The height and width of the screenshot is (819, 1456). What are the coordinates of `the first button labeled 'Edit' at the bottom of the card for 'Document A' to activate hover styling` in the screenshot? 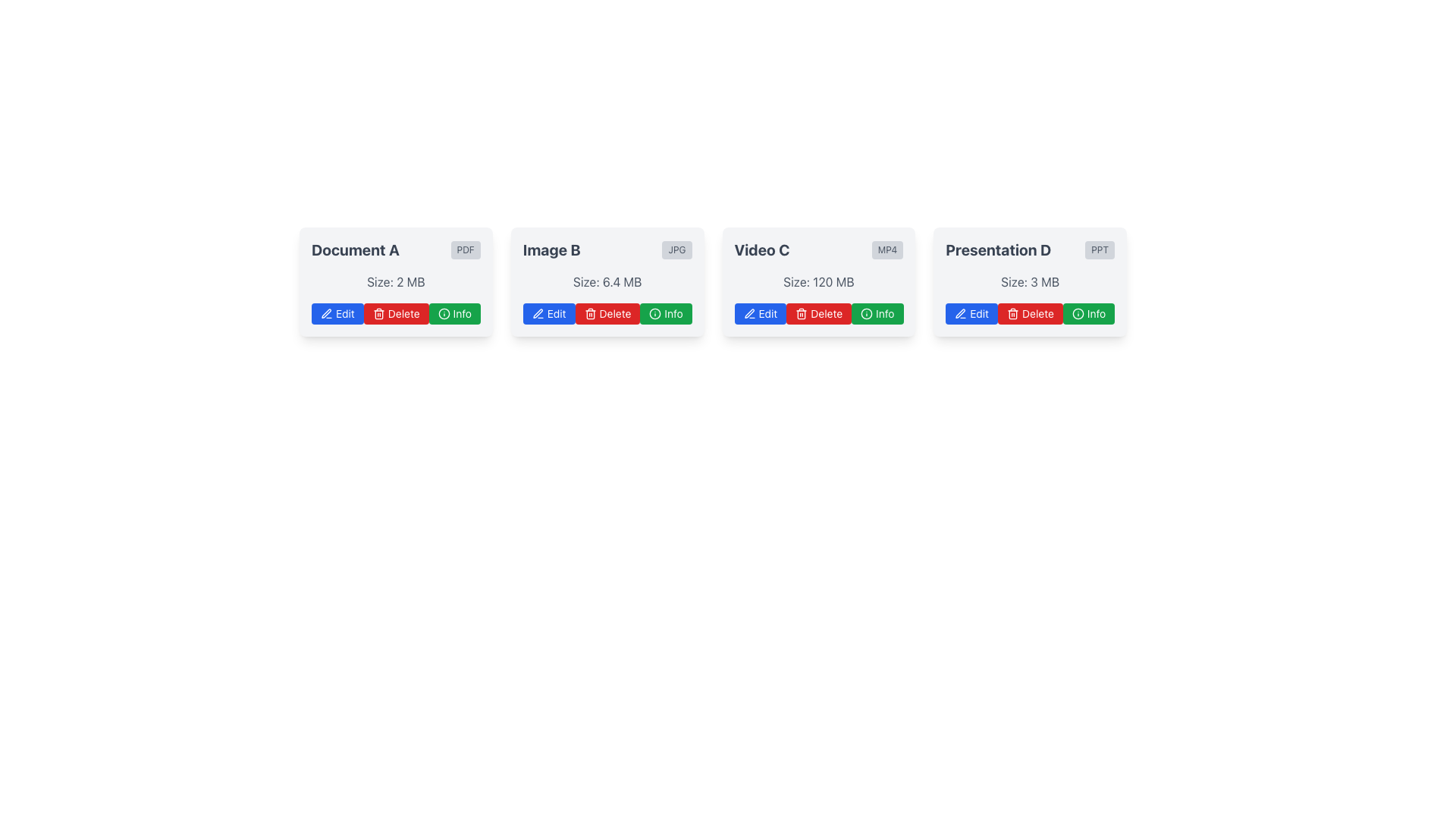 It's located at (337, 312).